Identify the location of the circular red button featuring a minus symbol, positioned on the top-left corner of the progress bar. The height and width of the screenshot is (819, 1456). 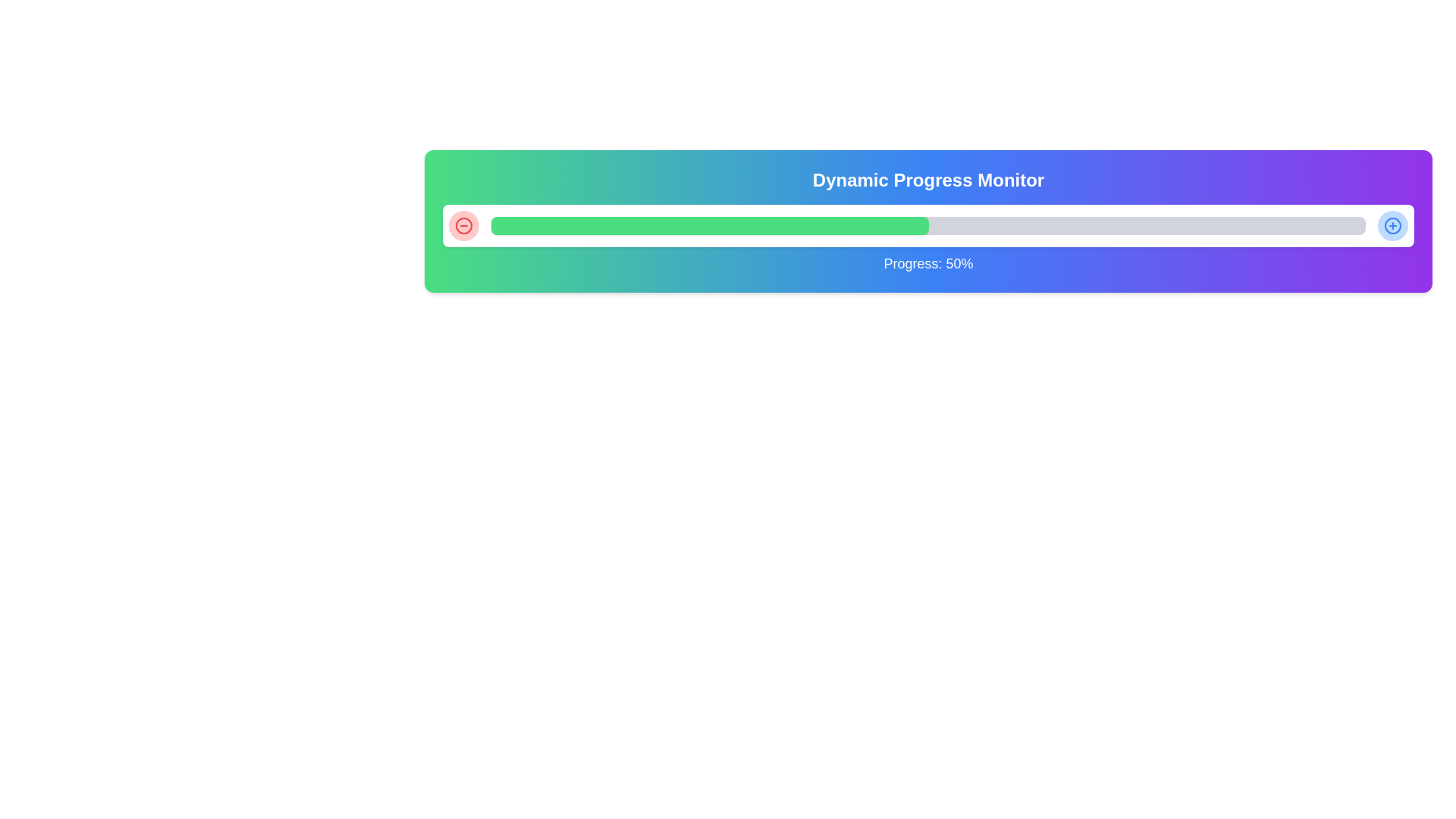
(463, 225).